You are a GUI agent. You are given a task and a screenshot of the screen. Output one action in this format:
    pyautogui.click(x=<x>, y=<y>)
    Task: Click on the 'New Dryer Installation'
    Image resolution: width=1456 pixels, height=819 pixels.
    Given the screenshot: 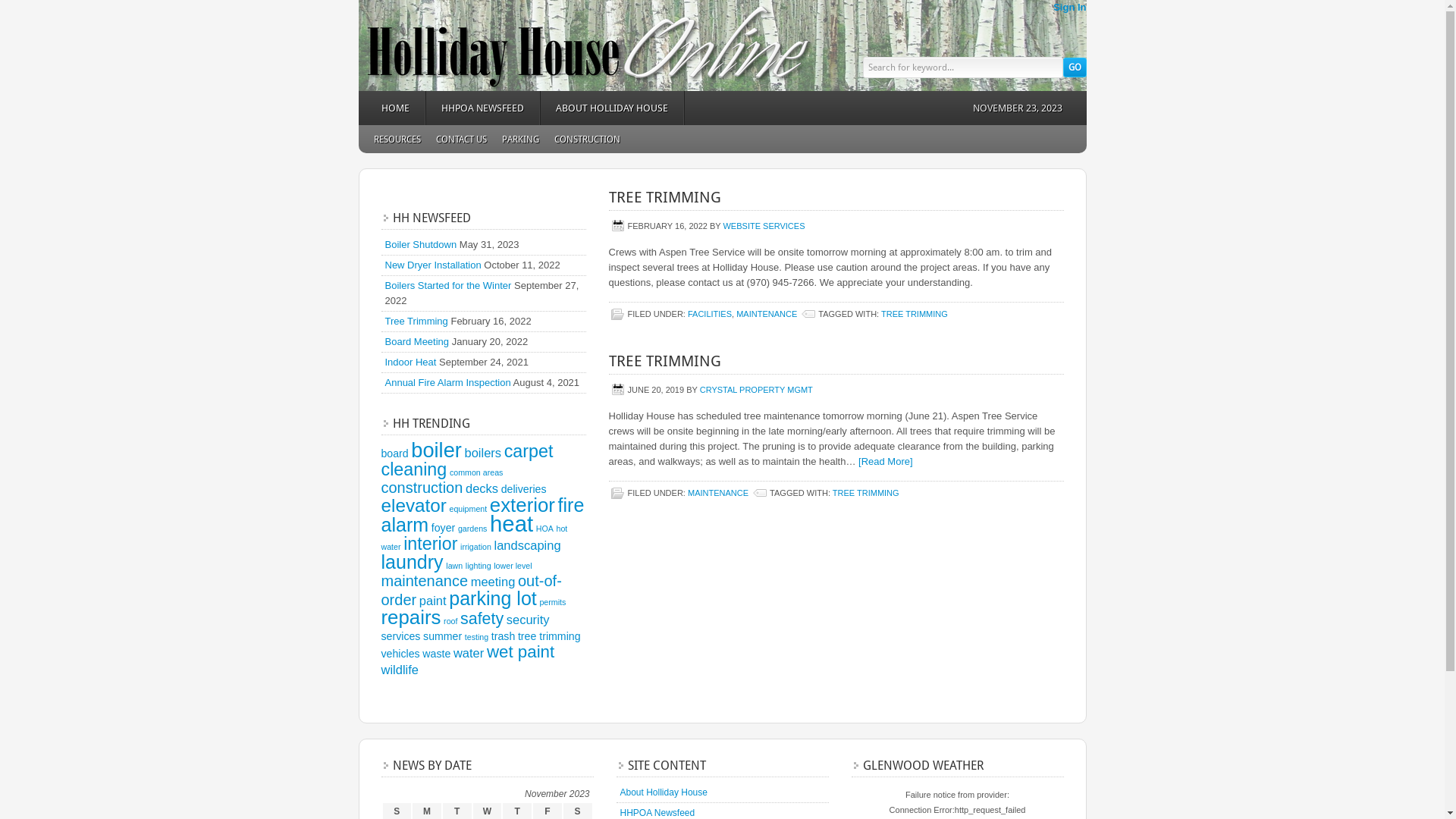 What is the action you would take?
    pyautogui.click(x=432, y=264)
    